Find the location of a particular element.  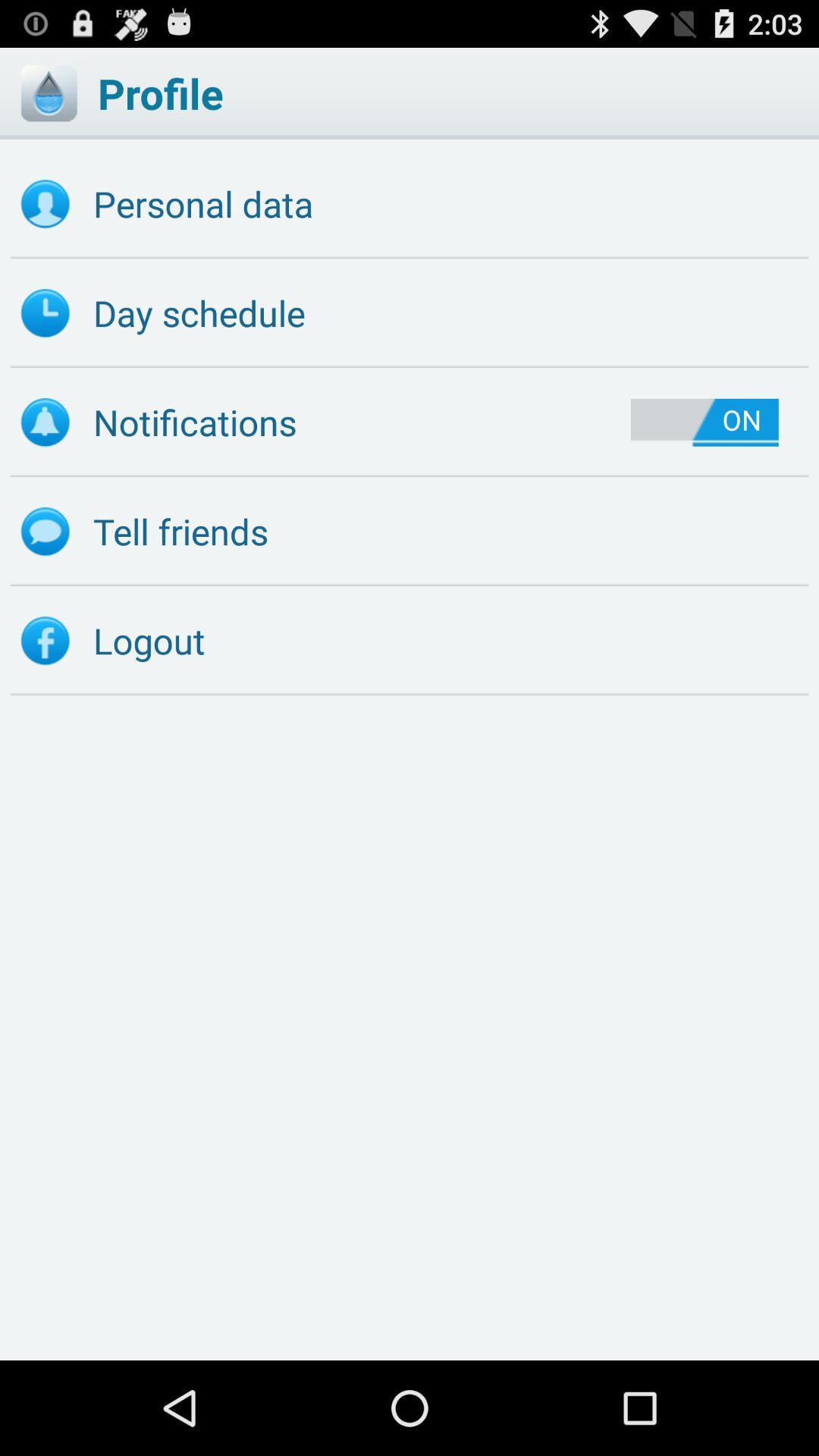

open profile details is located at coordinates (48, 93).